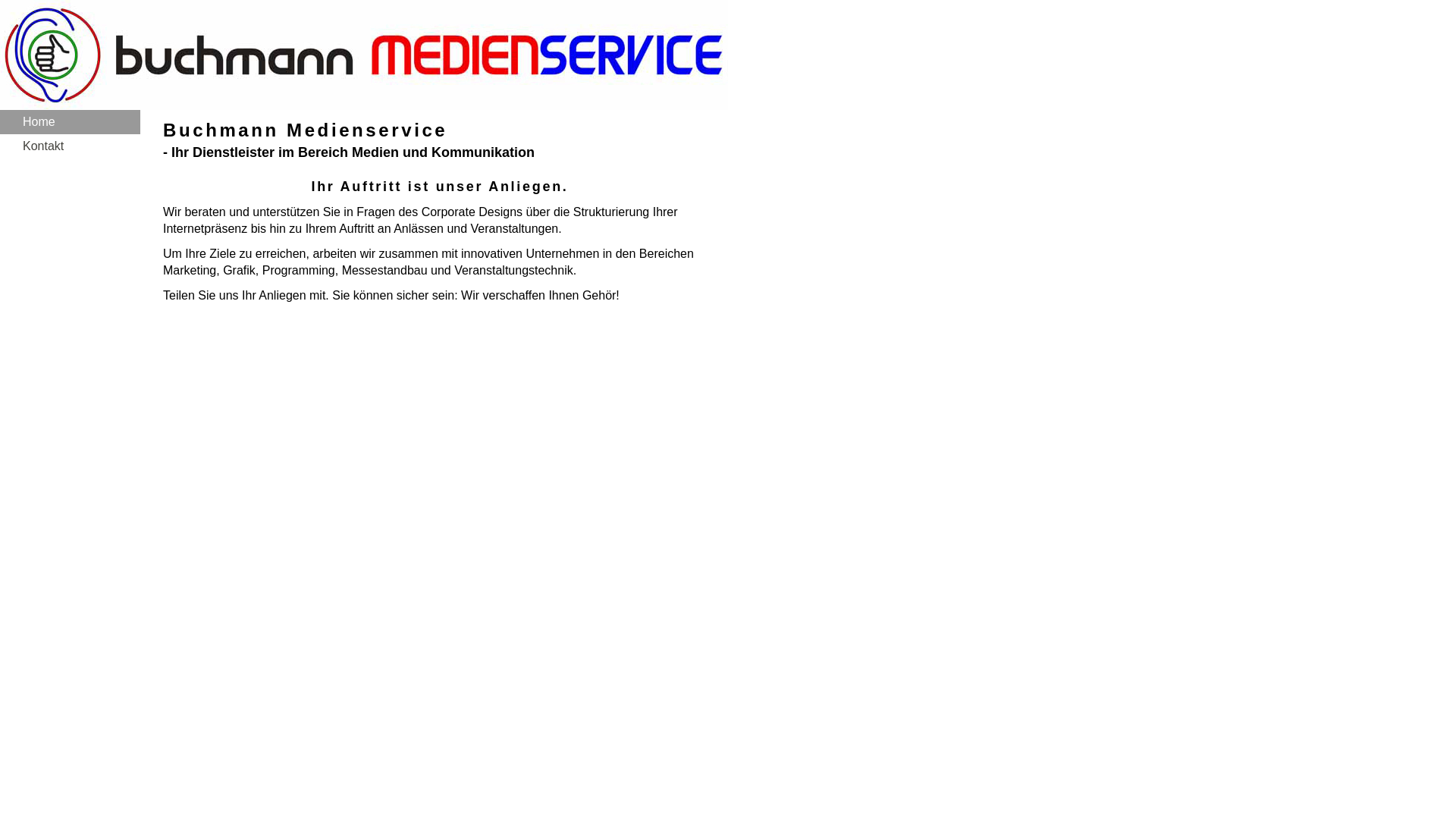 The image size is (1456, 819). I want to click on 'Kontakt', so click(69, 146).